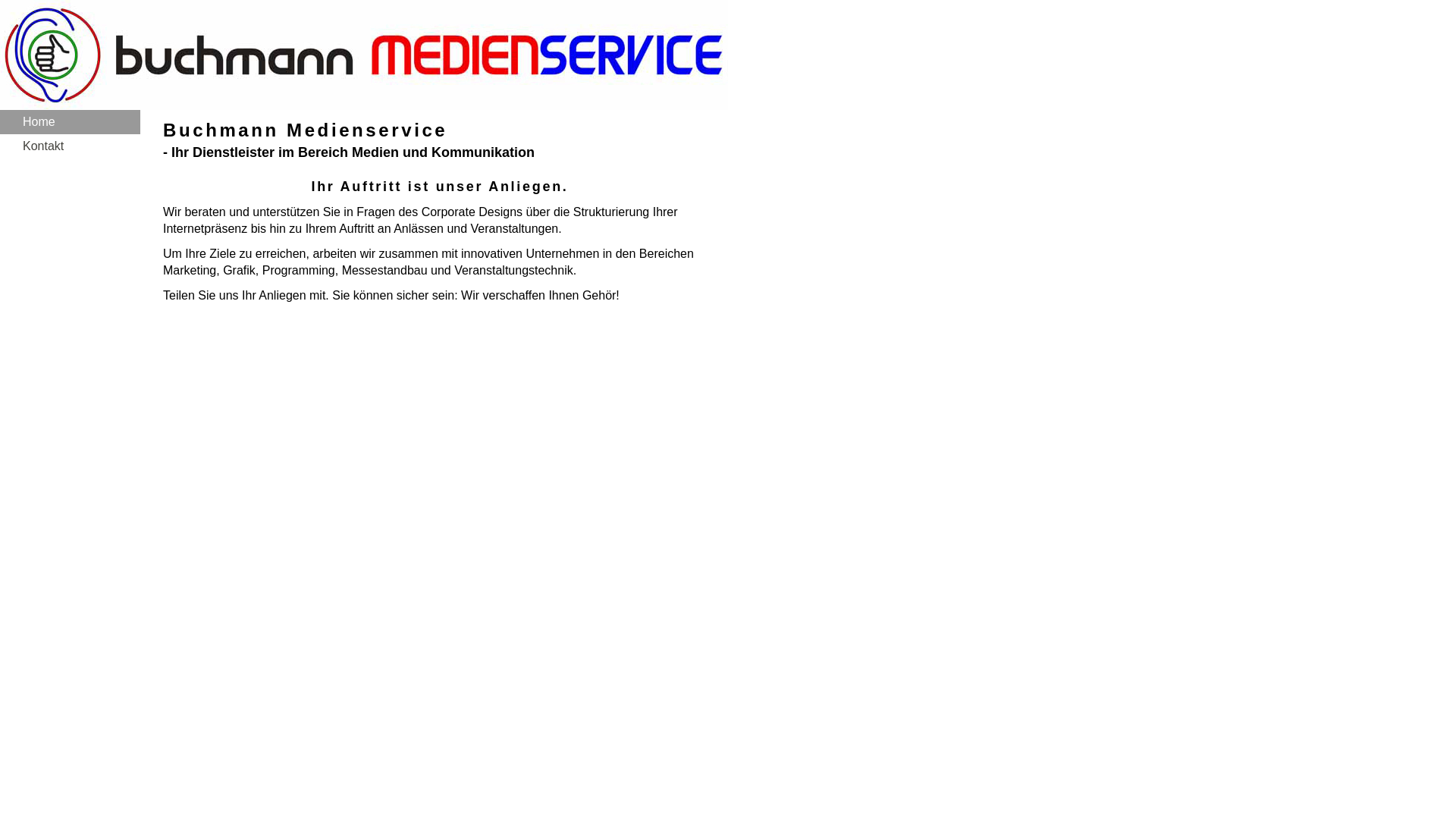 The image size is (1456, 819). I want to click on 'Kontakt', so click(69, 146).